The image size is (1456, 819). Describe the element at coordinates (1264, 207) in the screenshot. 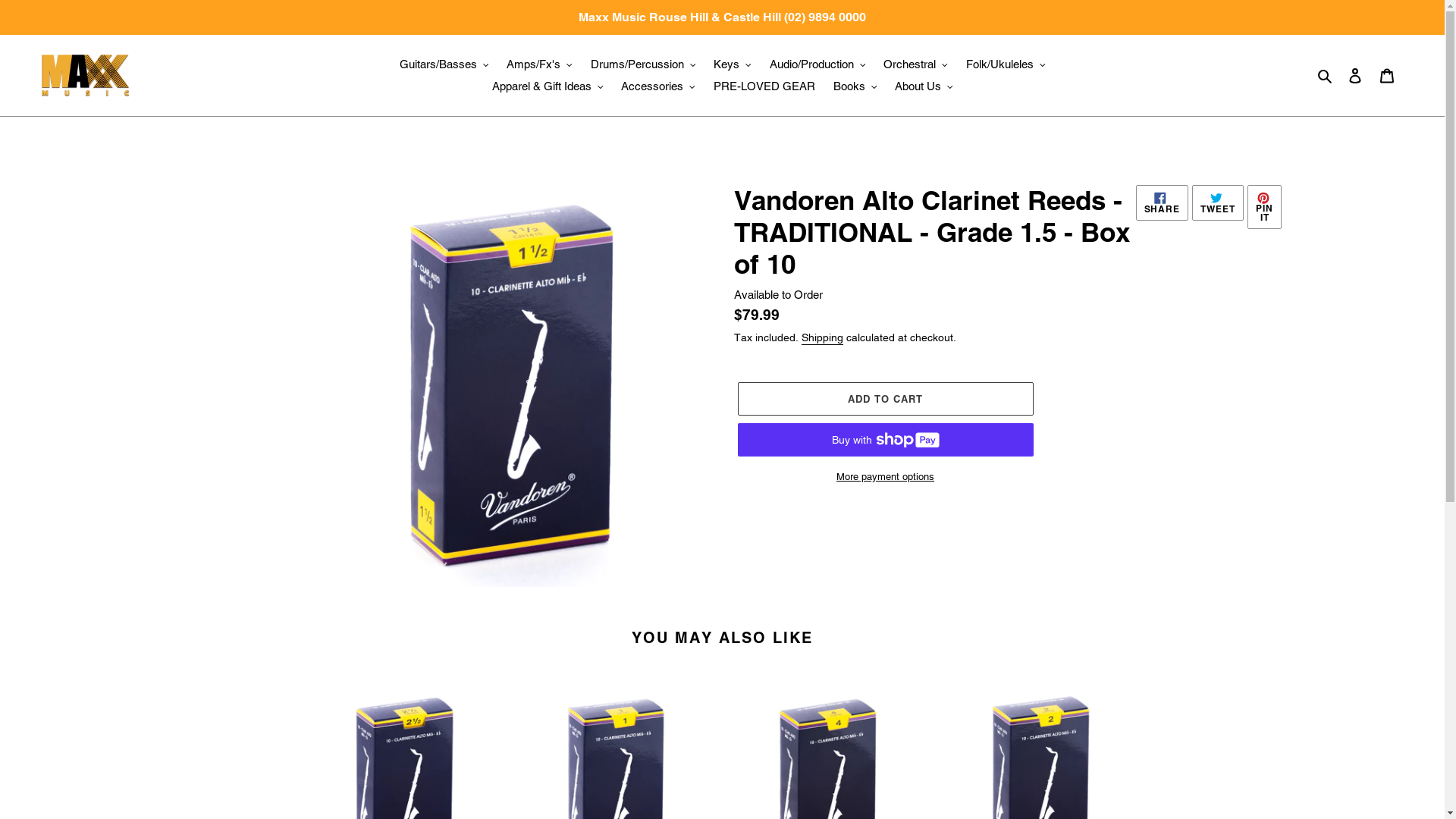

I see `'PIN IT` at that location.